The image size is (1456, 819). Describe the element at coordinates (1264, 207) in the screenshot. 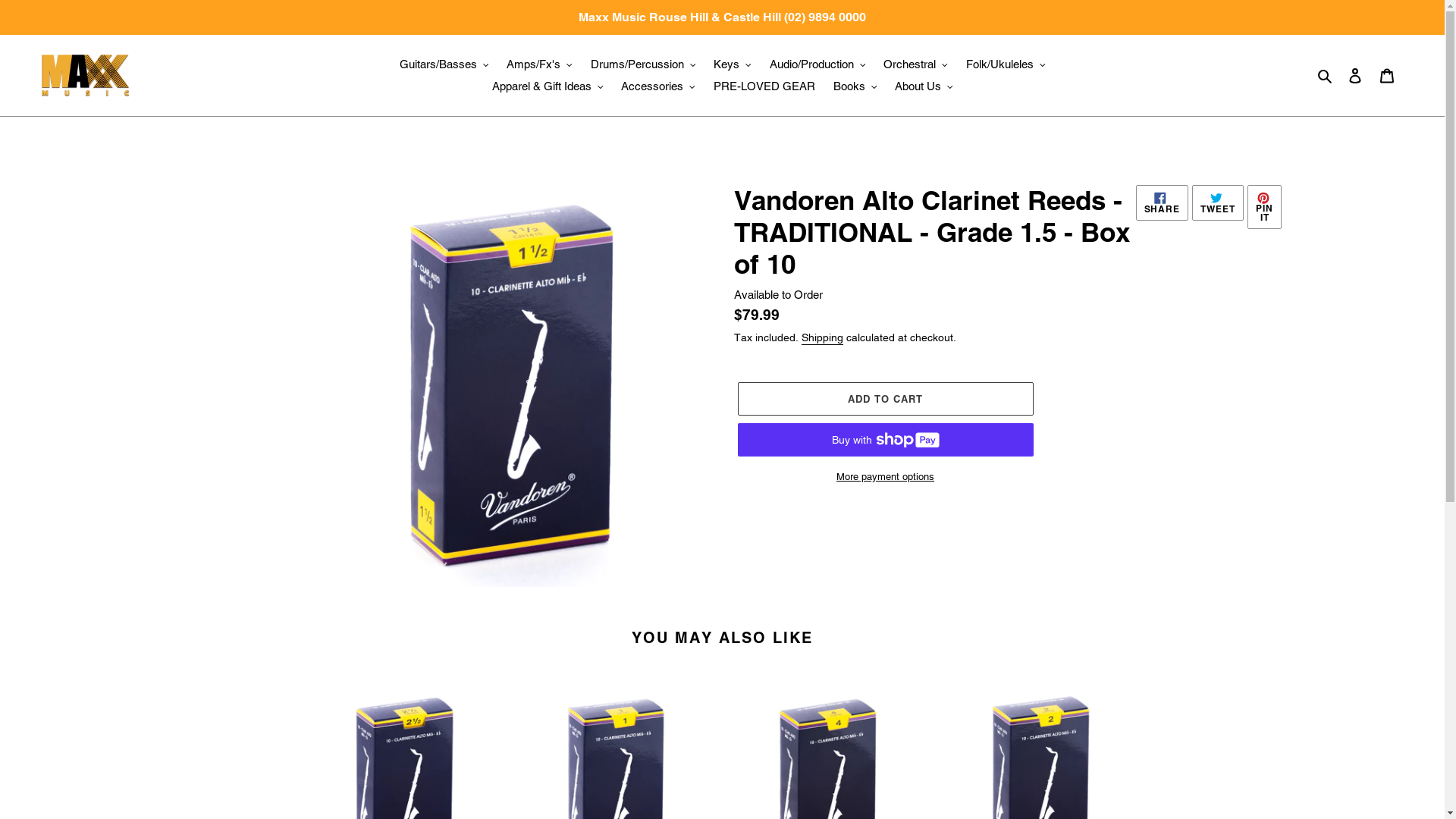

I see `'PIN IT` at that location.